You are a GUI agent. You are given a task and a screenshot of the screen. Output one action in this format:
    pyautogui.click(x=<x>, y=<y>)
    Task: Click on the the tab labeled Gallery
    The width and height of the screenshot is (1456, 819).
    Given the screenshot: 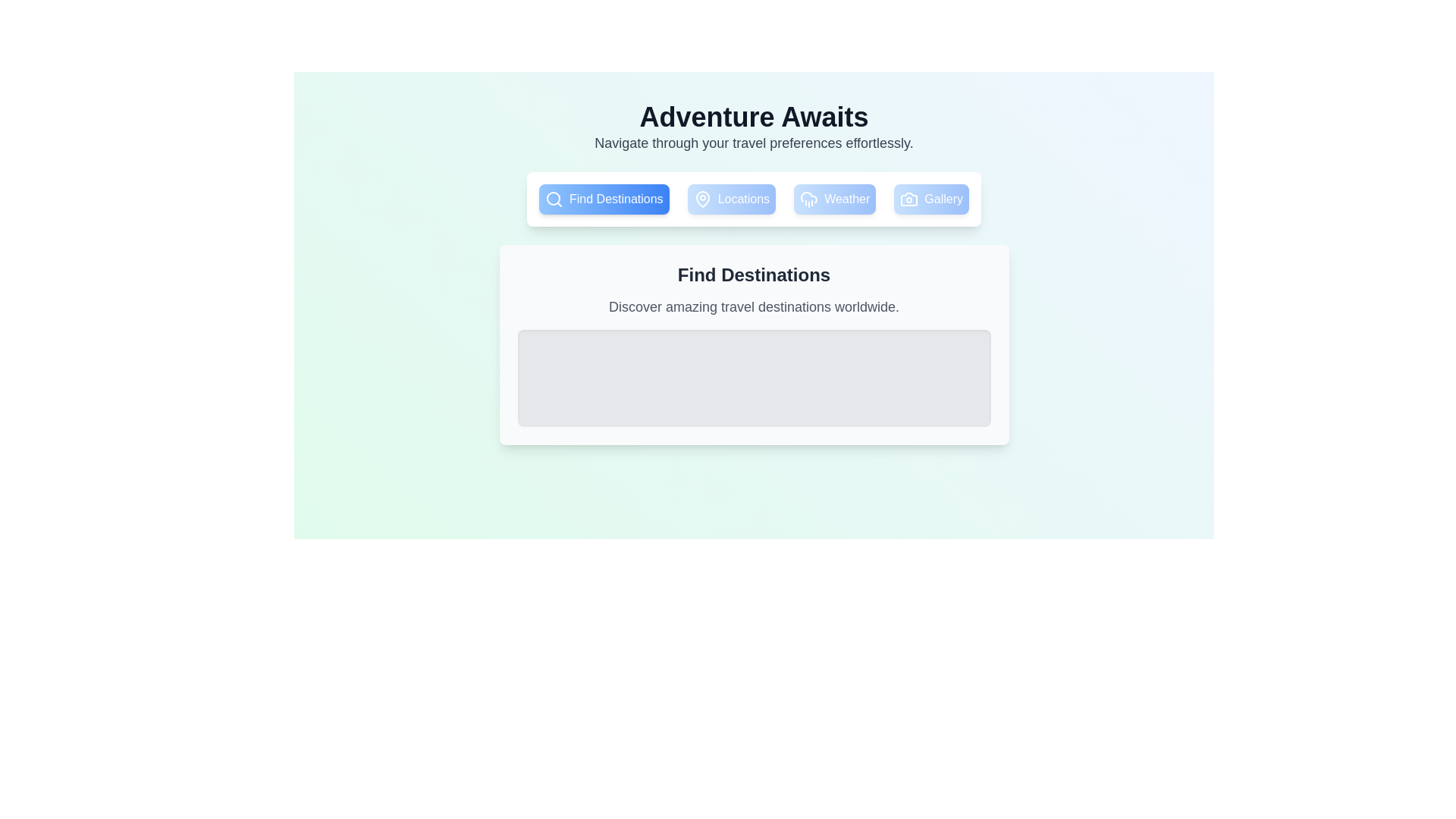 What is the action you would take?
    pyautogui.click(x=930, y=198)
    